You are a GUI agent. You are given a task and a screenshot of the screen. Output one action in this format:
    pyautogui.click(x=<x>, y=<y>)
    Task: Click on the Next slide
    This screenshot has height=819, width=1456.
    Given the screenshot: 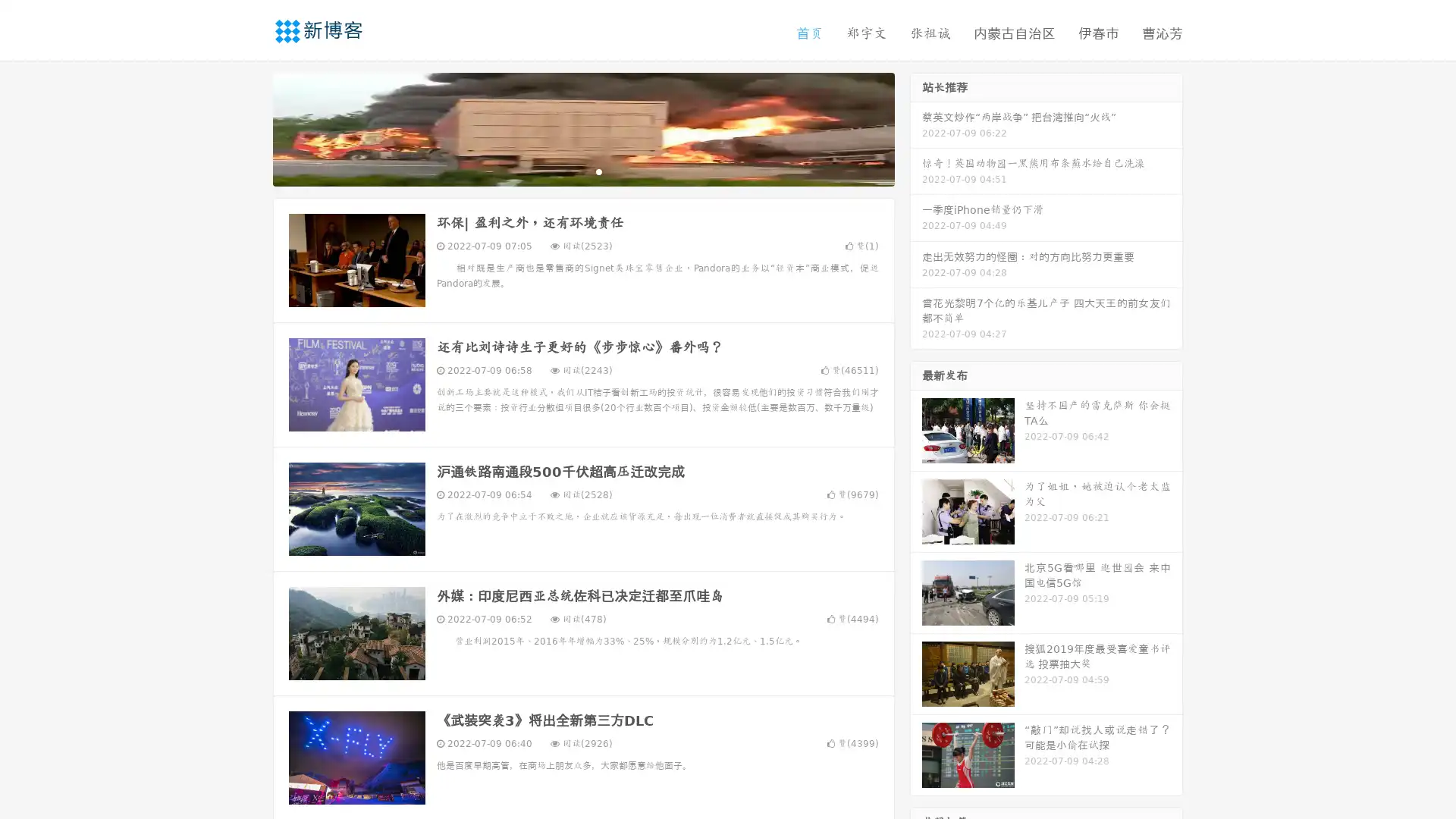 What is the action you would take?
    pyautogui.click(x=916, y=127)
    